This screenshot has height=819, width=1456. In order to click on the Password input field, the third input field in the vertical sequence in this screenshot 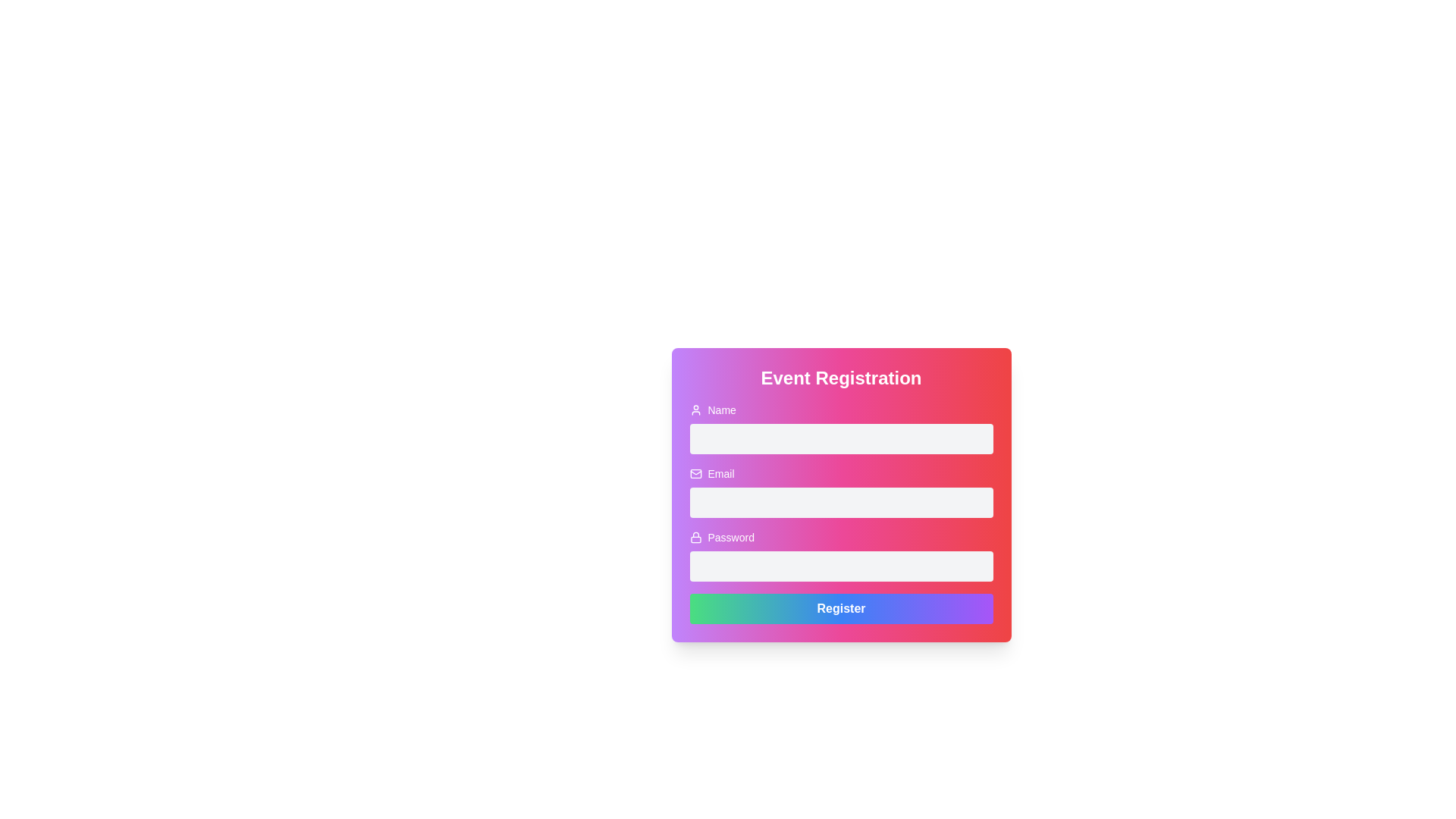, I will do `click(840, 555)`.